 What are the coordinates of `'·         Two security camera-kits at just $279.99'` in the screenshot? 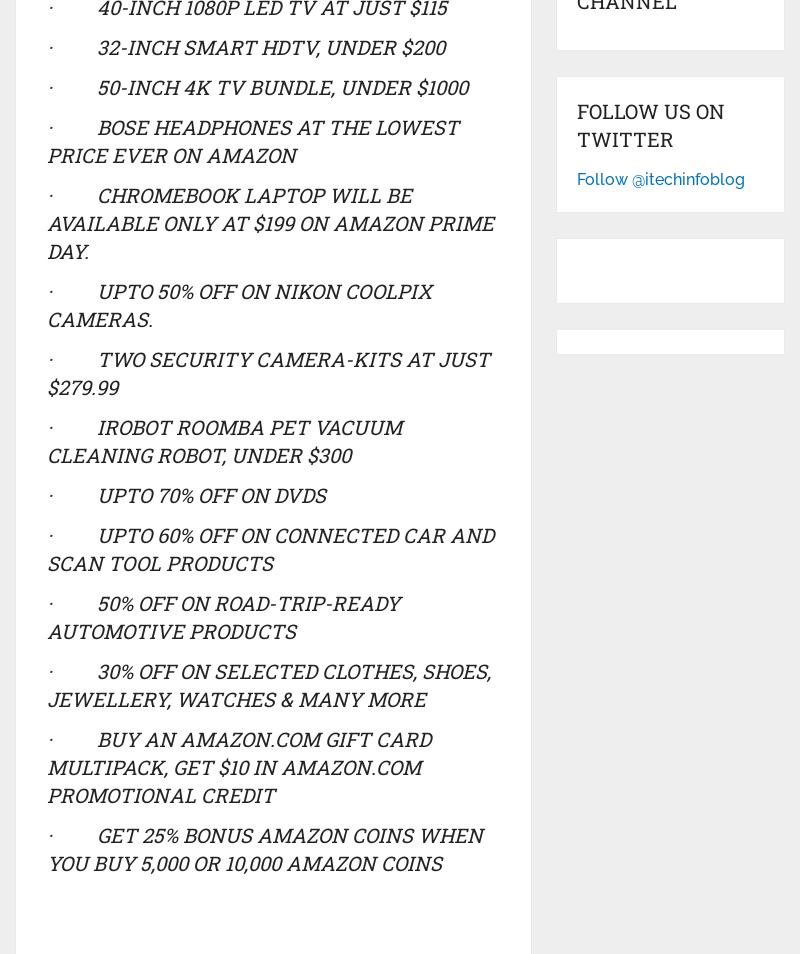 It's located at (267, 371).